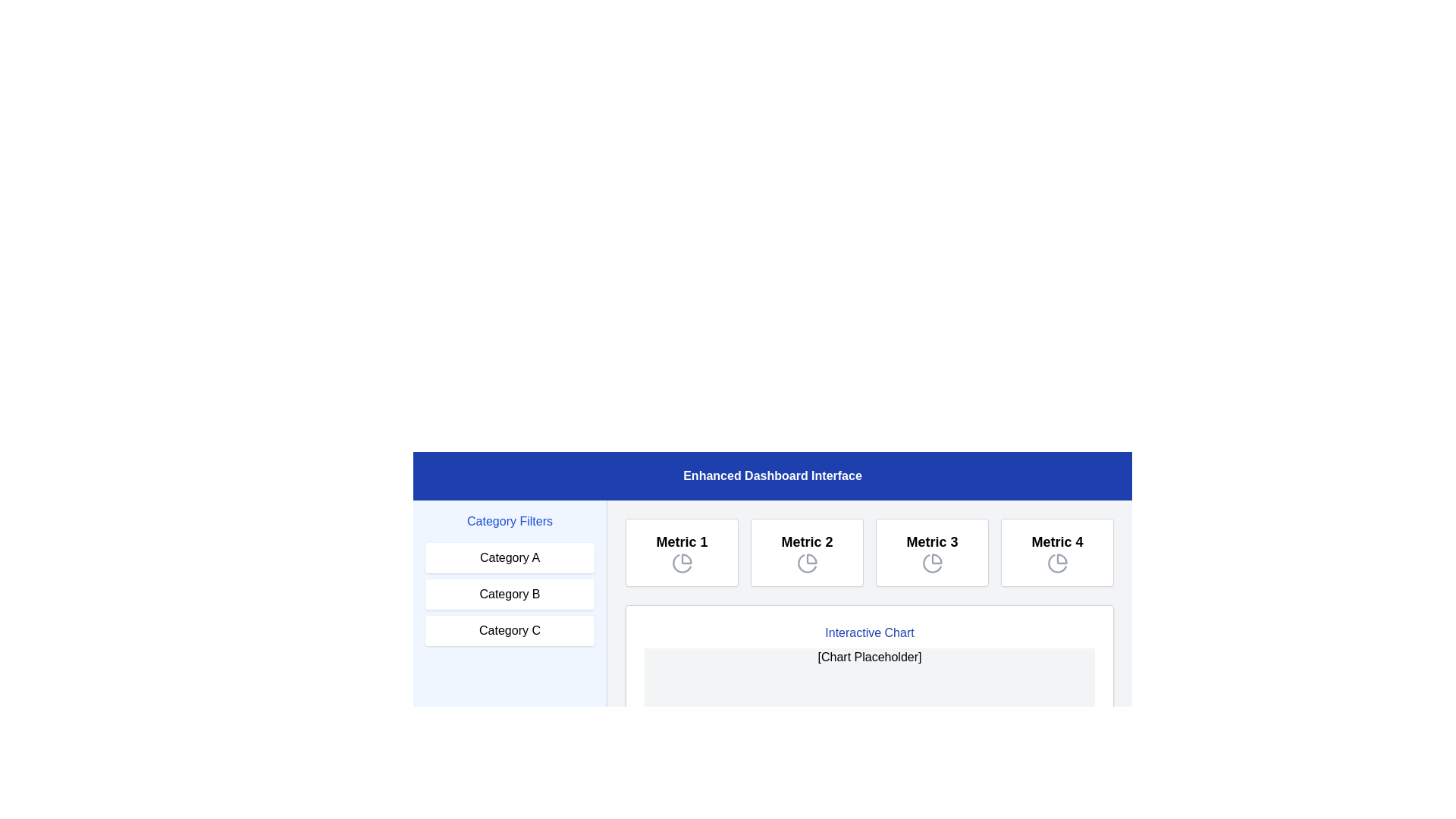 This screenshot has width=1456, height=819. Describe the element at coordinates (510, 631) in the screenshot. I see `the 'Category C' button, which is a rectangular button with a white background and bold text, located in the 'Category Filters' section` at that location.